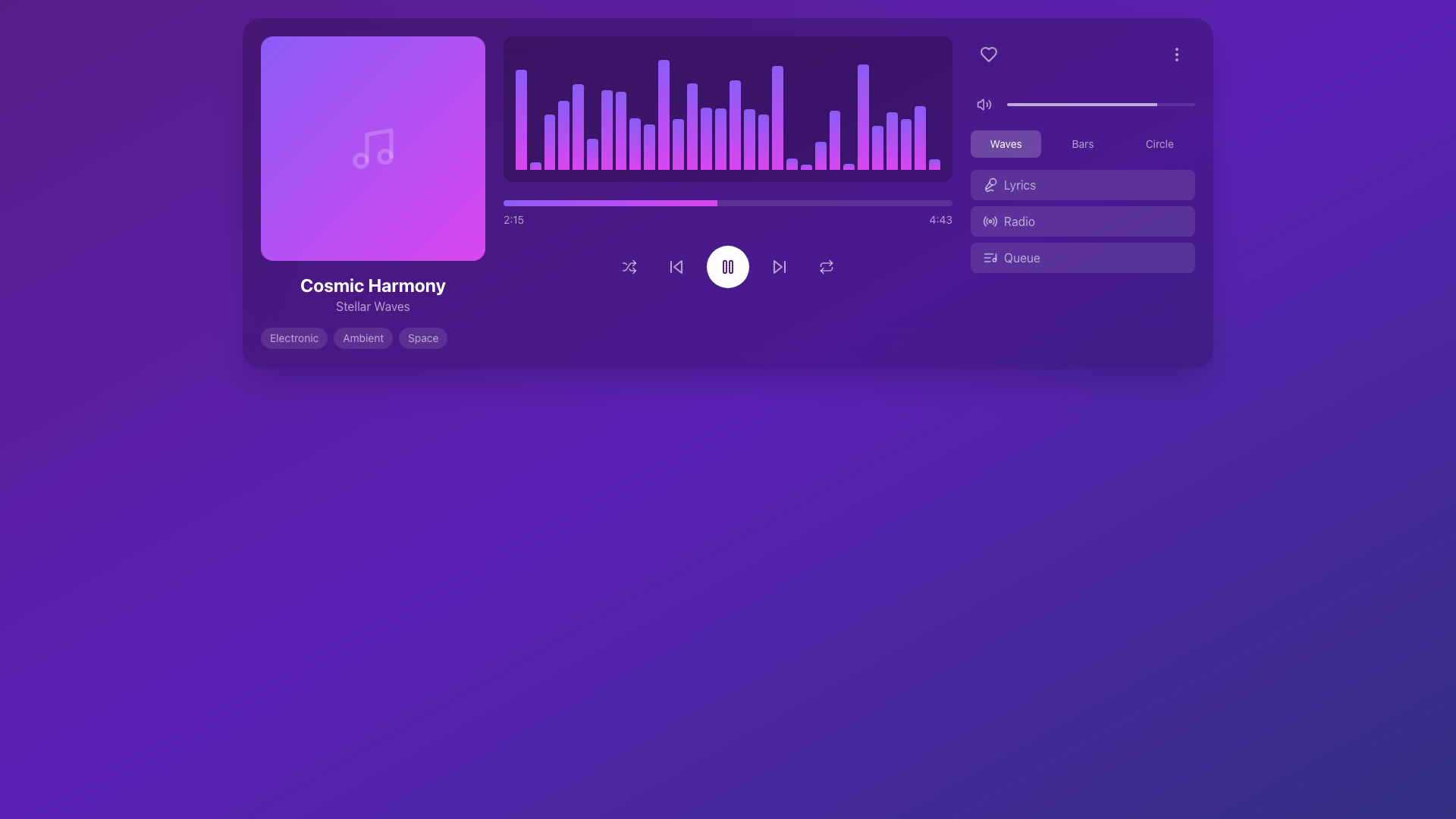 The width and height of the screenshot is (1456, 819). I want to click on the eleventh bar in the graphical music equalizer, which indicates audio amplitude or frequency, so click(677, 144).